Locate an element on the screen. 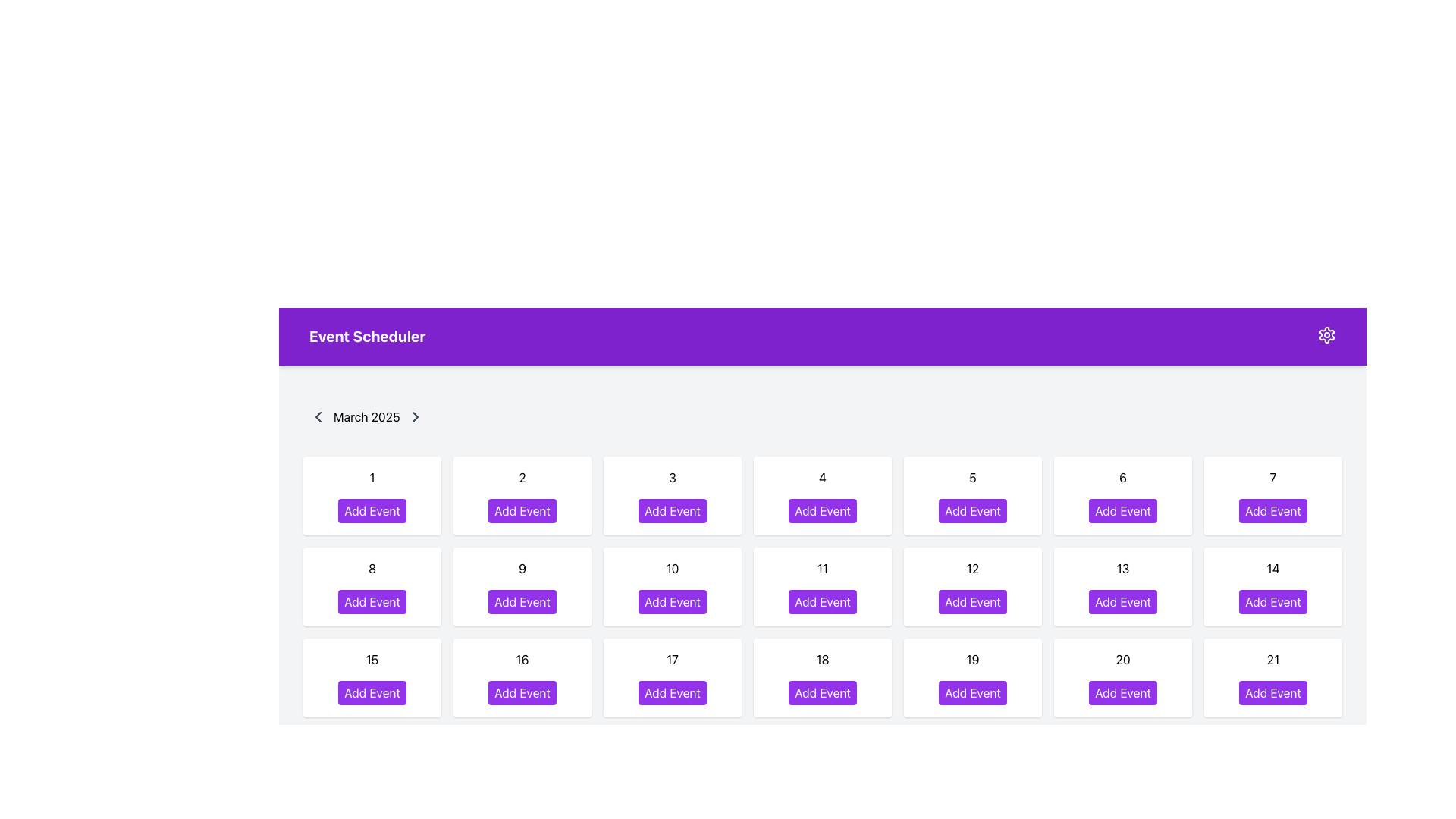  the button labeled 'Add Event' which has a purple background and white text, located is located at coordinates (372, 511).